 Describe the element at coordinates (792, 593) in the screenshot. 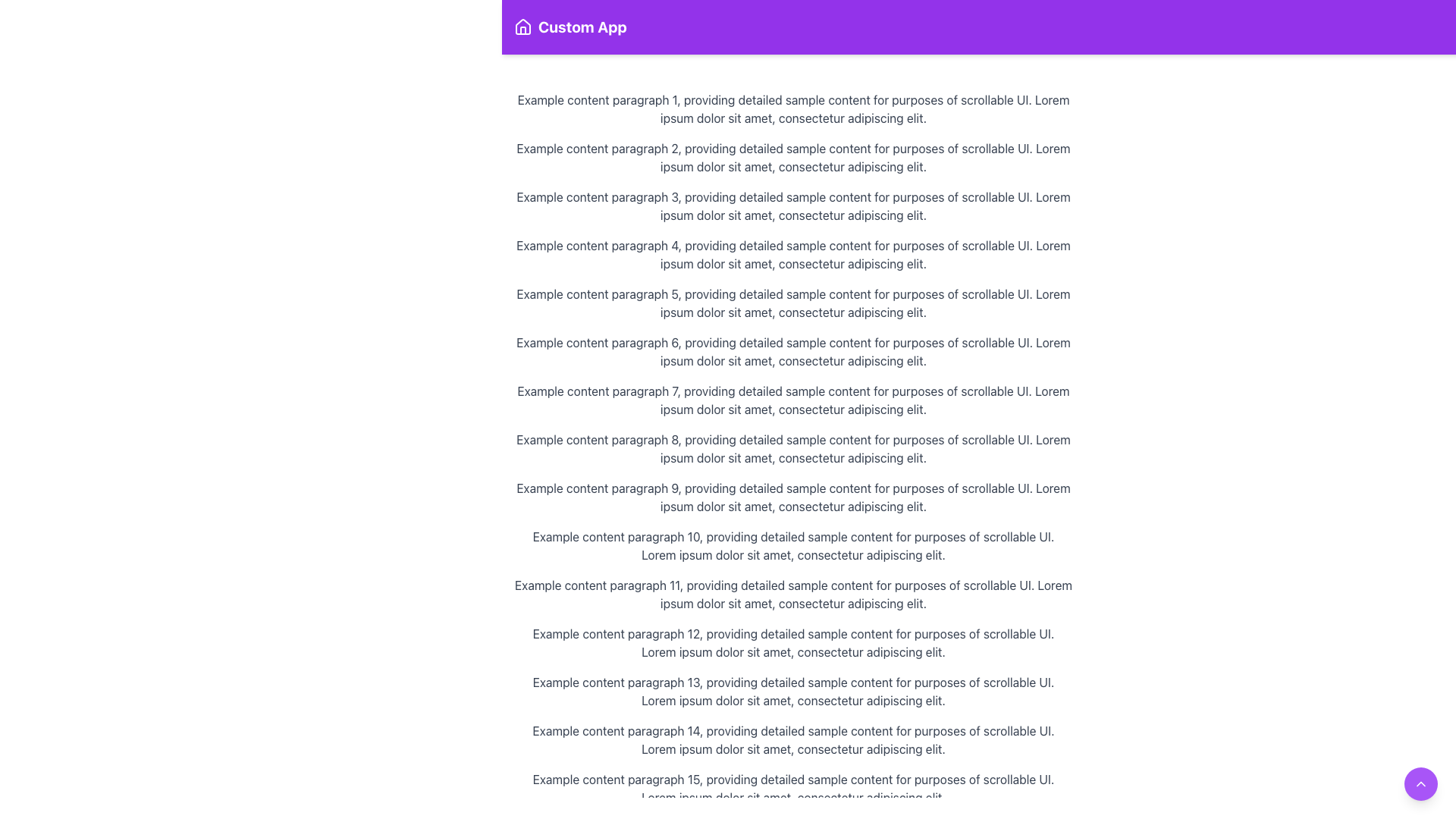

I see `the 11th paragraph within the vertically scrollable layout that displays sample content for demonstration purposes` at that location.